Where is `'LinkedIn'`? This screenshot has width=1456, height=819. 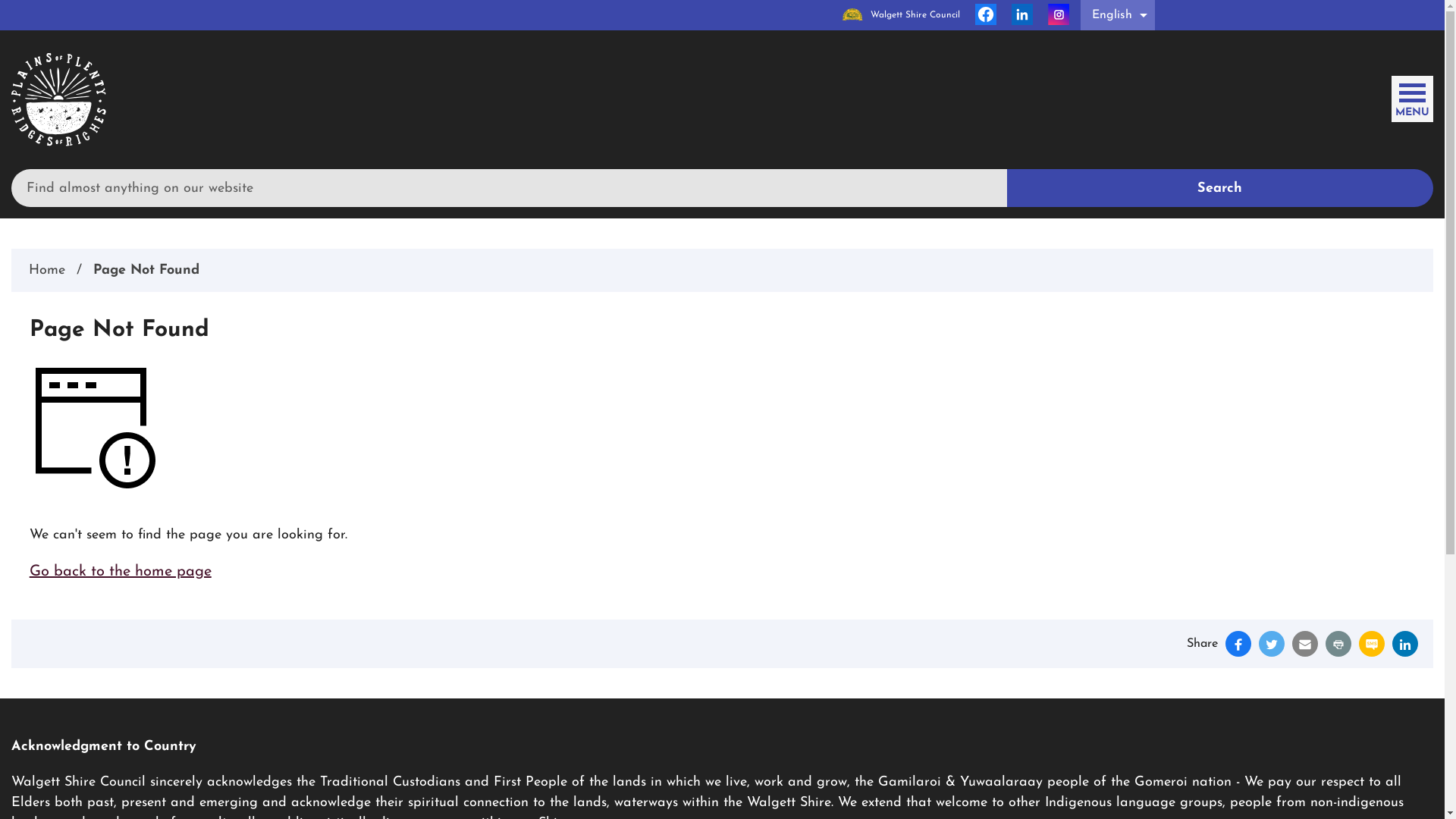
'LinkedIn' is located at coordinates (1022, 14).